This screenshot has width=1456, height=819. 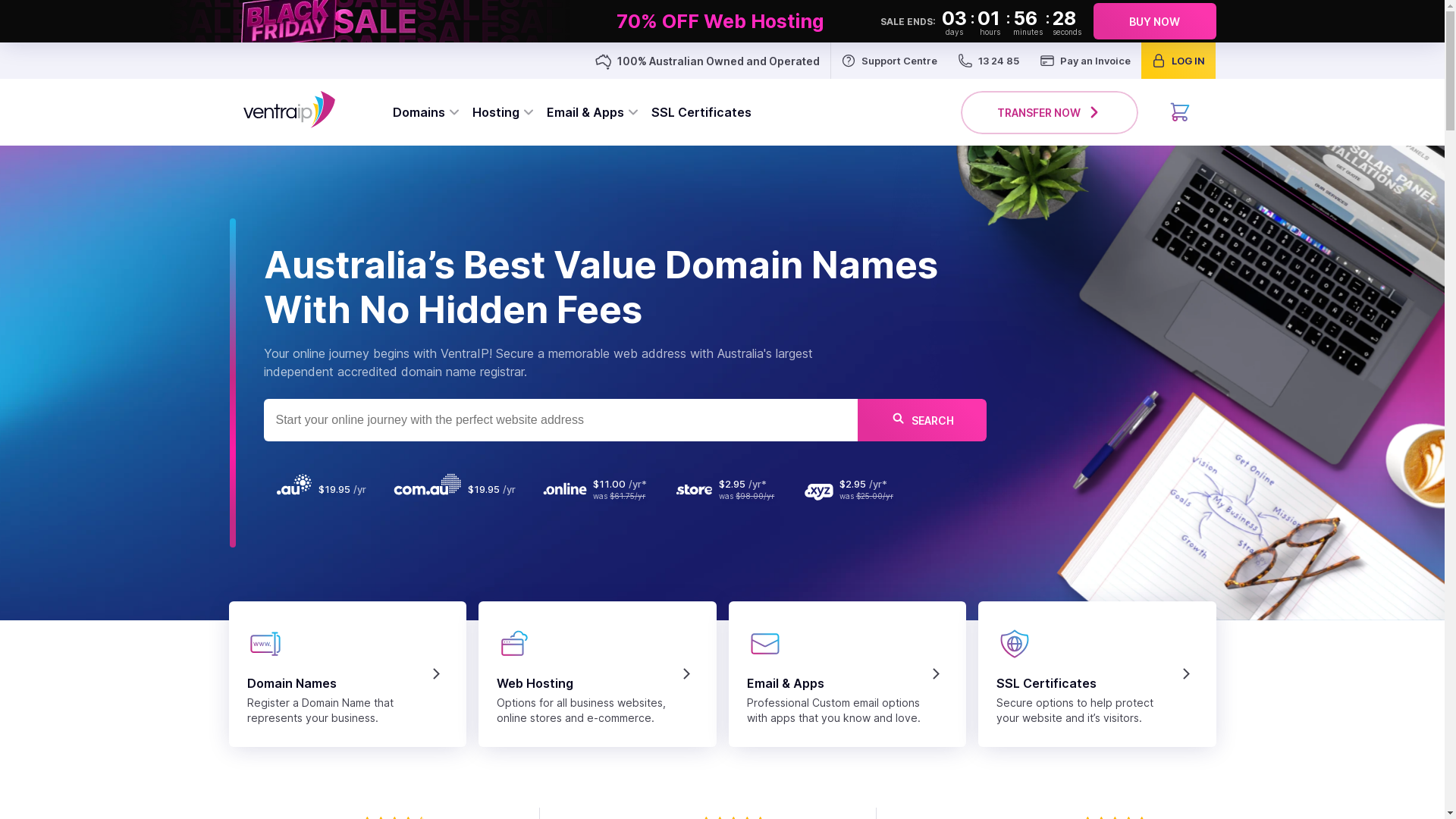 What do you see at coordinates (502, 111) in the screenshot?
I see `'Hosting'` at bounding box center [502, 111].